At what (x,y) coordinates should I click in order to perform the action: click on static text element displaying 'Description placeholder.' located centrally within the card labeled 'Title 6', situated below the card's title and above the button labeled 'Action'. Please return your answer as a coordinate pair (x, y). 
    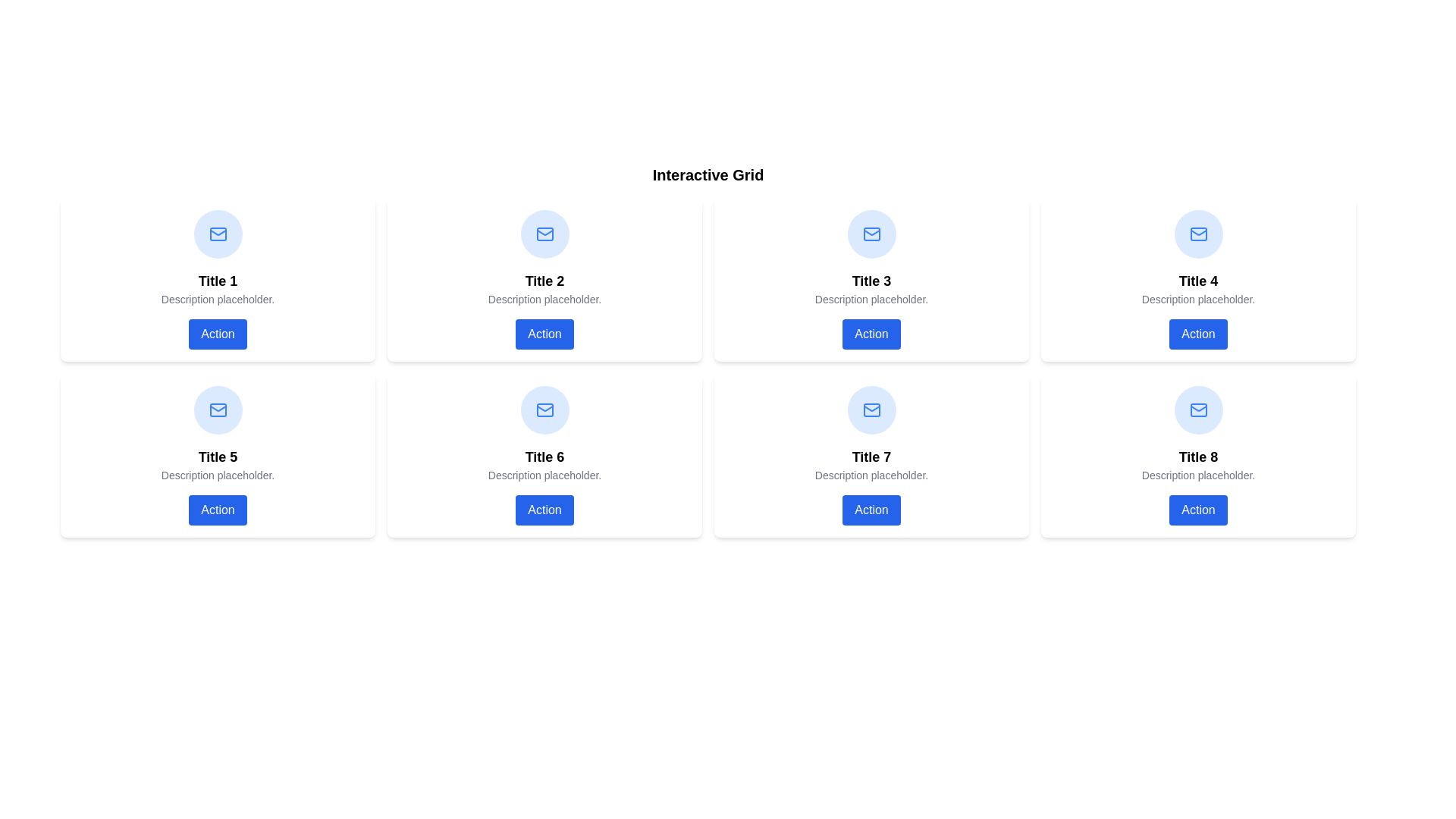
    Looking at the image, I should click on (544, 475).